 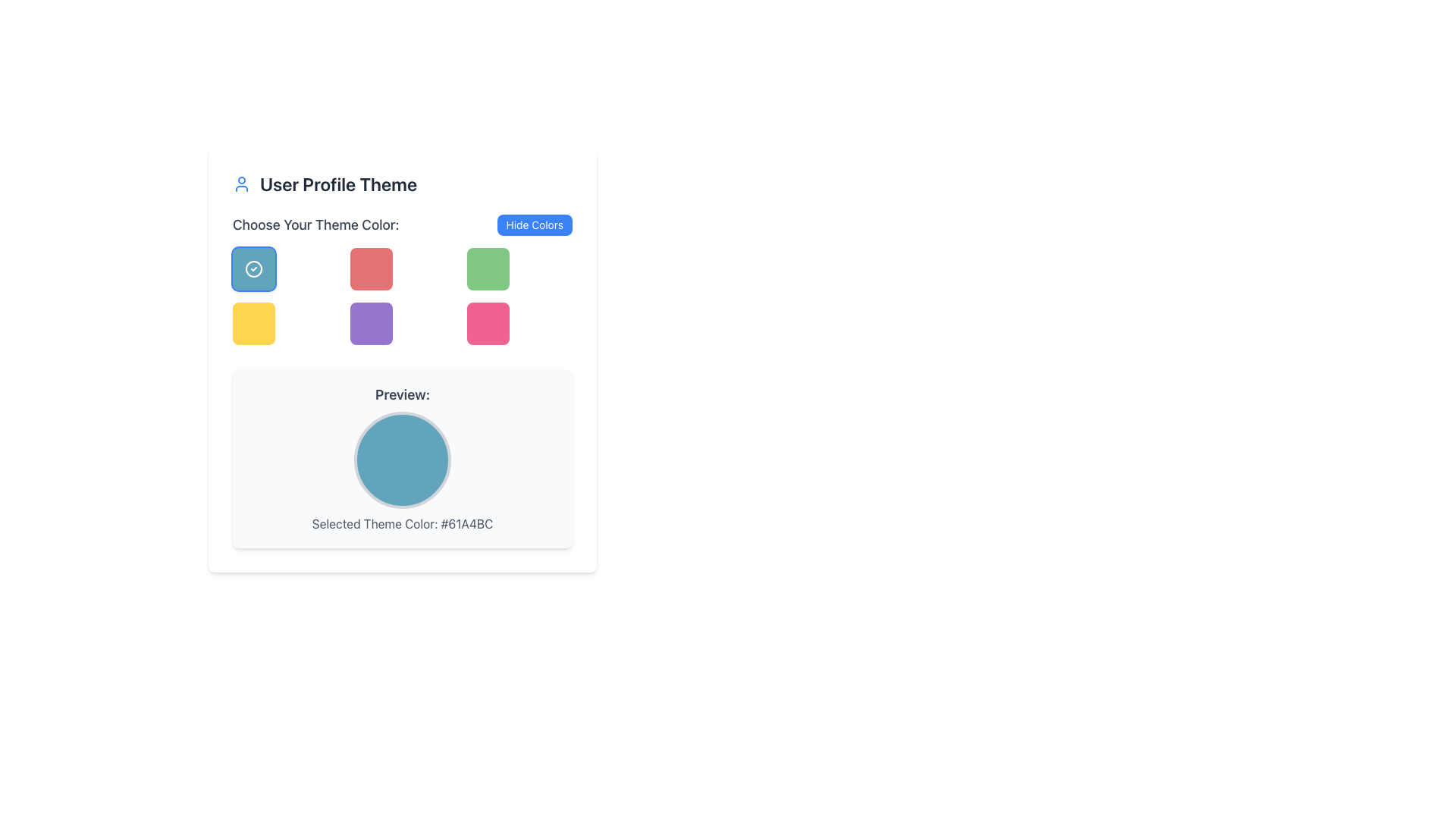 I want to click on the 'Hide Colors' button located in the top-right section of the interface, so click(x=535, y=225).